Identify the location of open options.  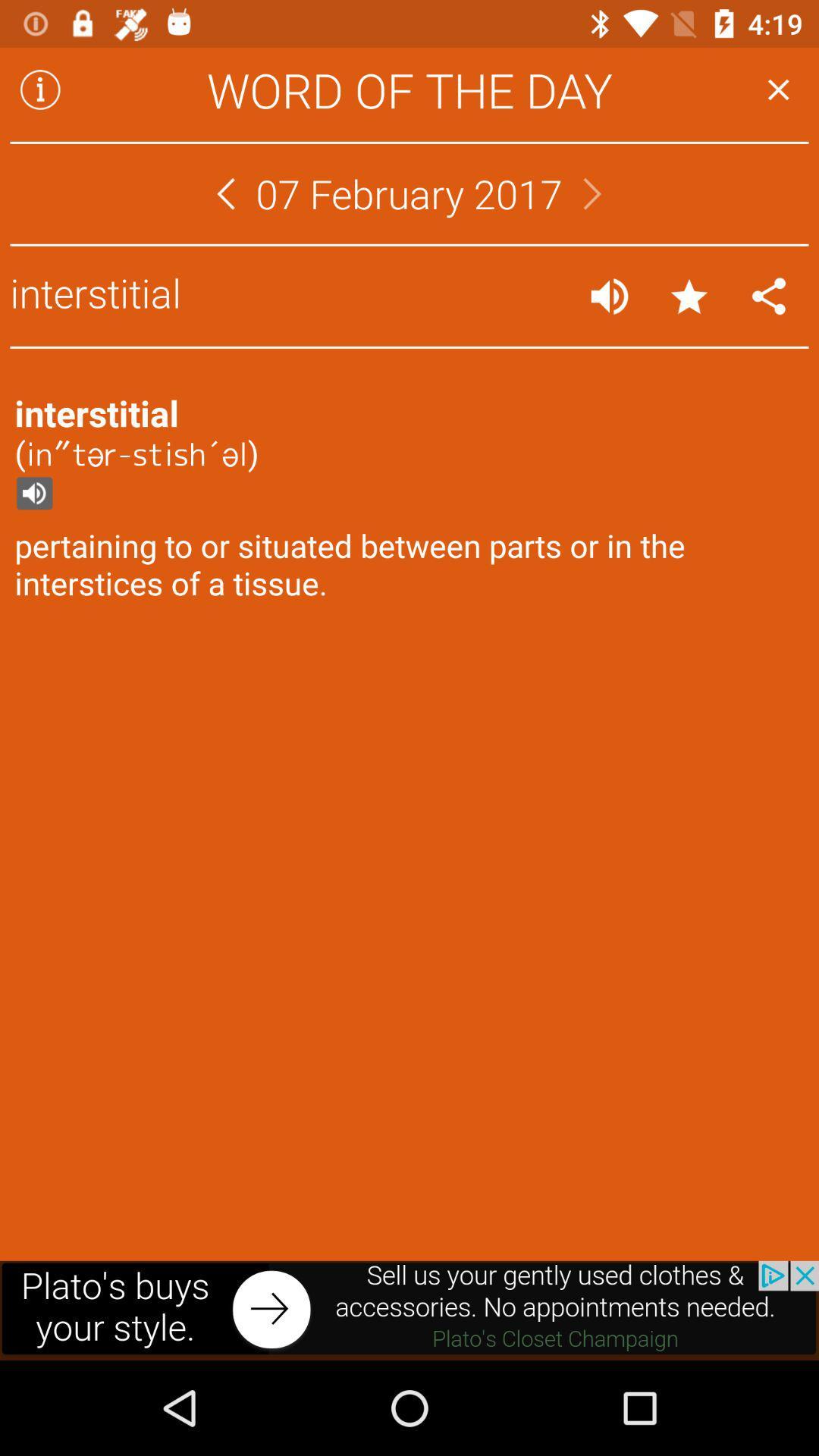
(769, 296).